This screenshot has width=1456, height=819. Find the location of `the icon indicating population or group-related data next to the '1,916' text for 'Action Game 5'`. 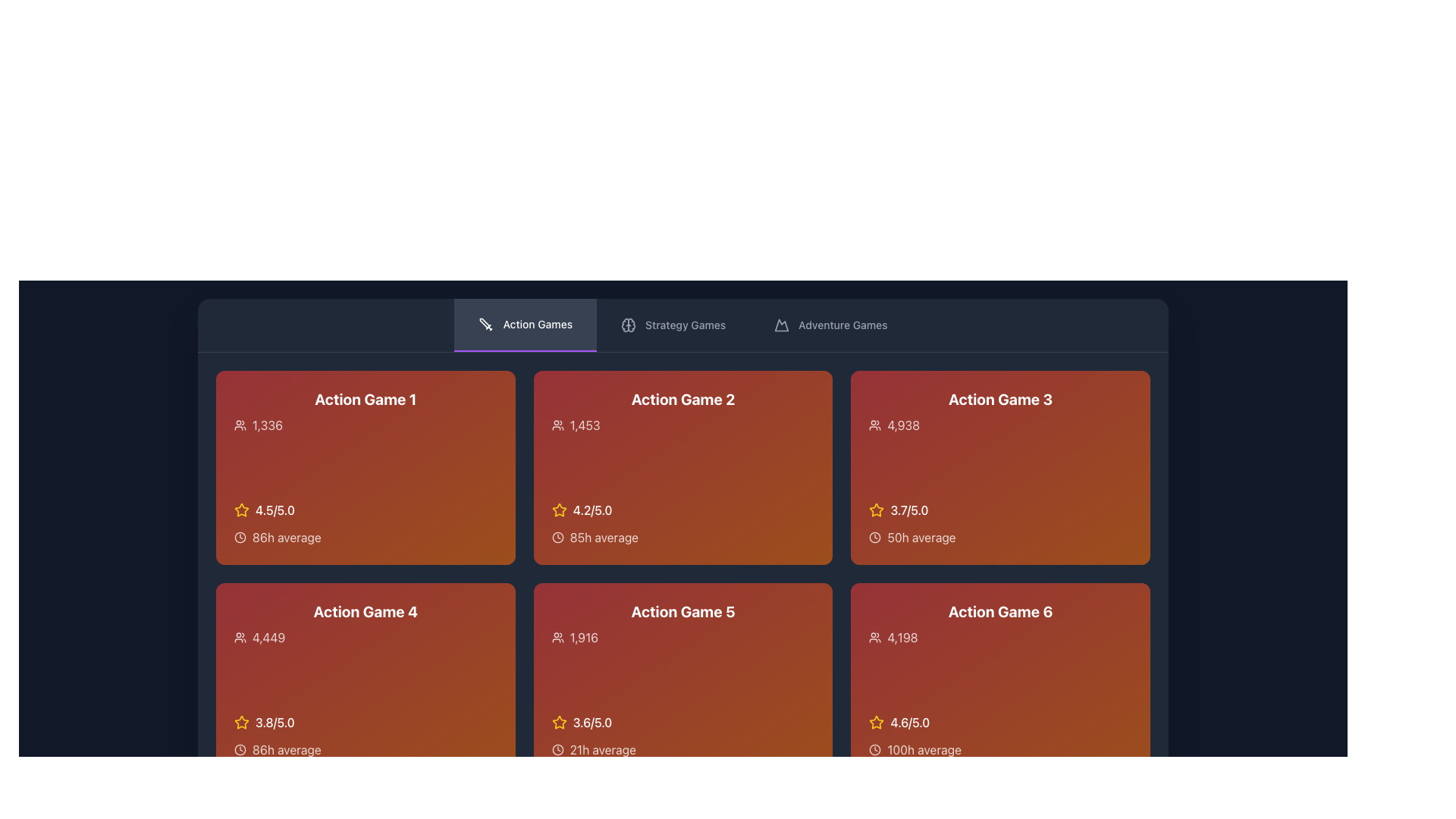

the icon indicating population or group-related data next to the '1,916' text for 'Action Game 5' is located at coordinates (557, 637).